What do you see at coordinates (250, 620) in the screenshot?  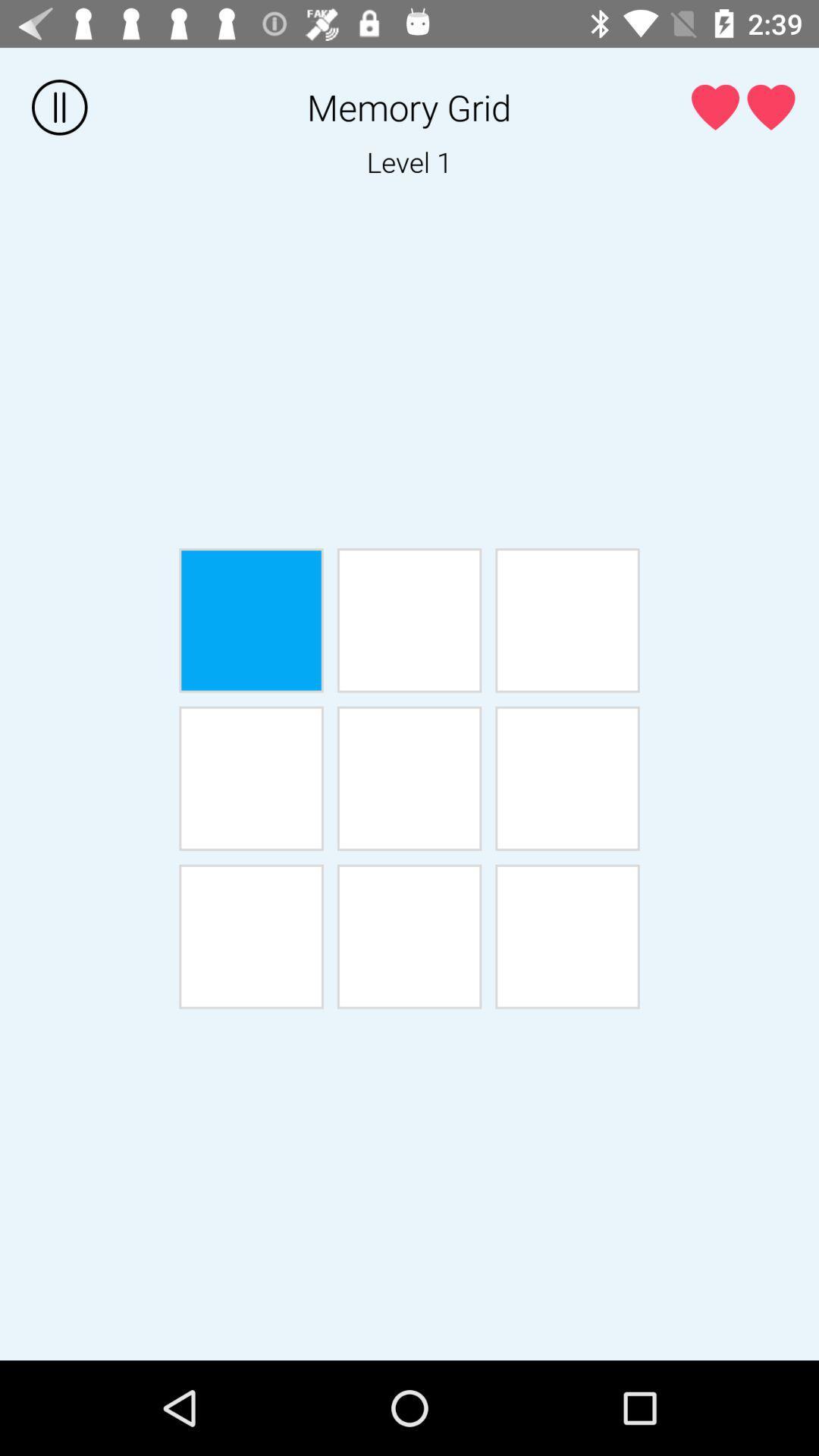 I see `item below level 1` at bounding box center [250, 620].